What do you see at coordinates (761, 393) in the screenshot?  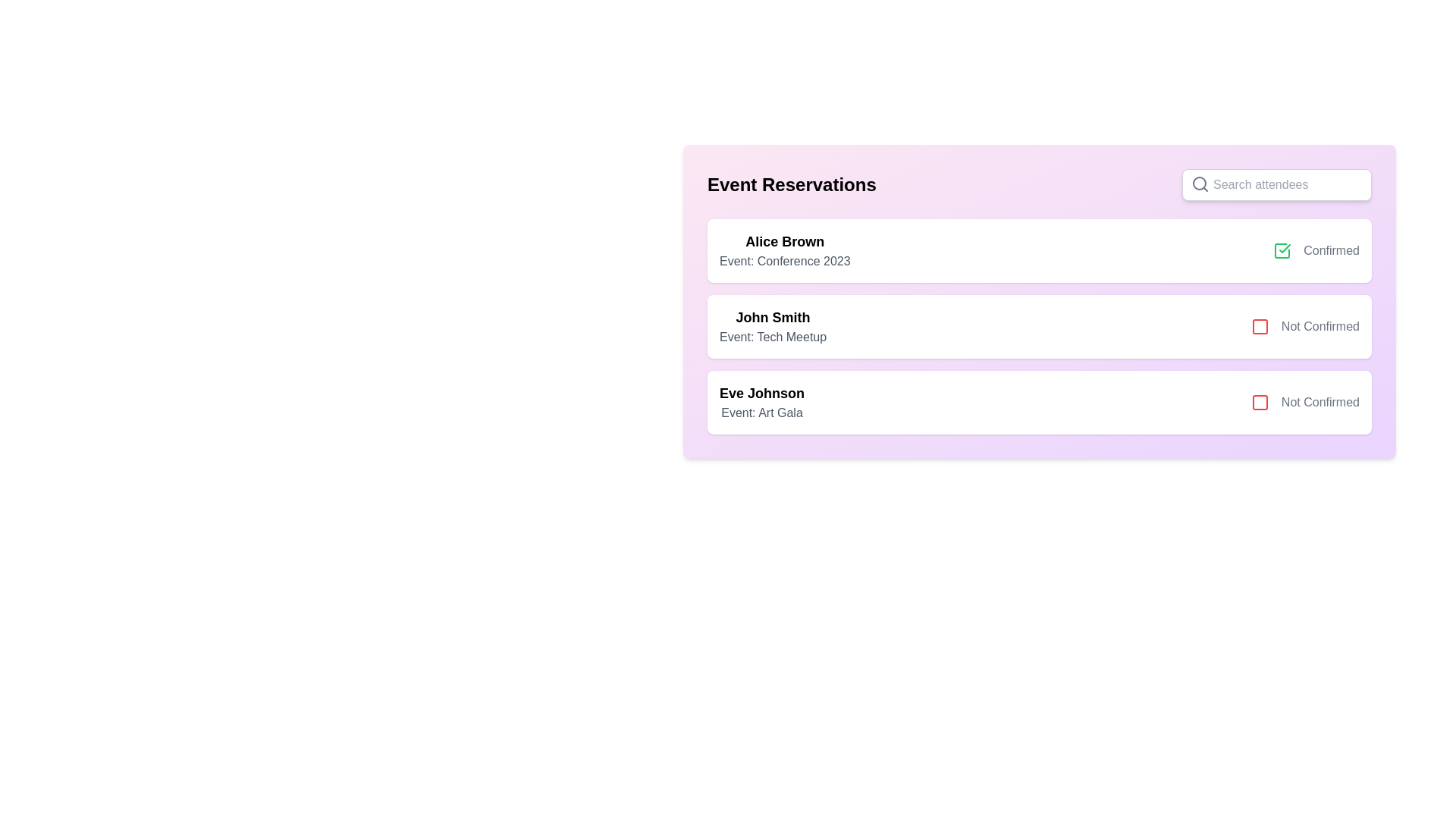 I see `text label identifying the name of an individual associated with the 'Event Reservations' list, which is located above the 'Event: Art Gala' text` at bounding box center [761, 393].